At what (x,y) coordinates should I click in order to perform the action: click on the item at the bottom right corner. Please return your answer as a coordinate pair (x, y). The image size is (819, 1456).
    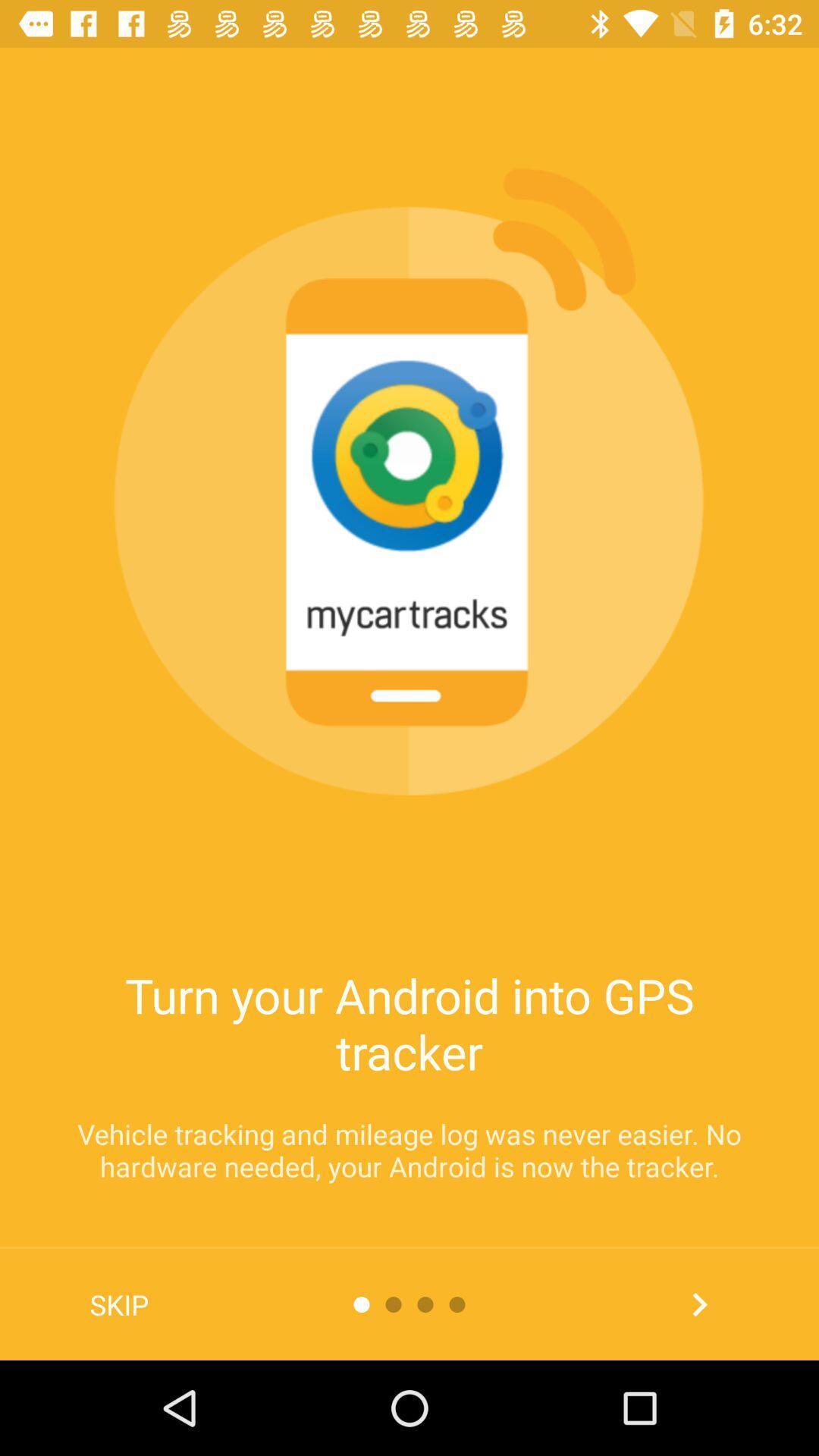
    Looking at the image, I should click on (699, 1304).